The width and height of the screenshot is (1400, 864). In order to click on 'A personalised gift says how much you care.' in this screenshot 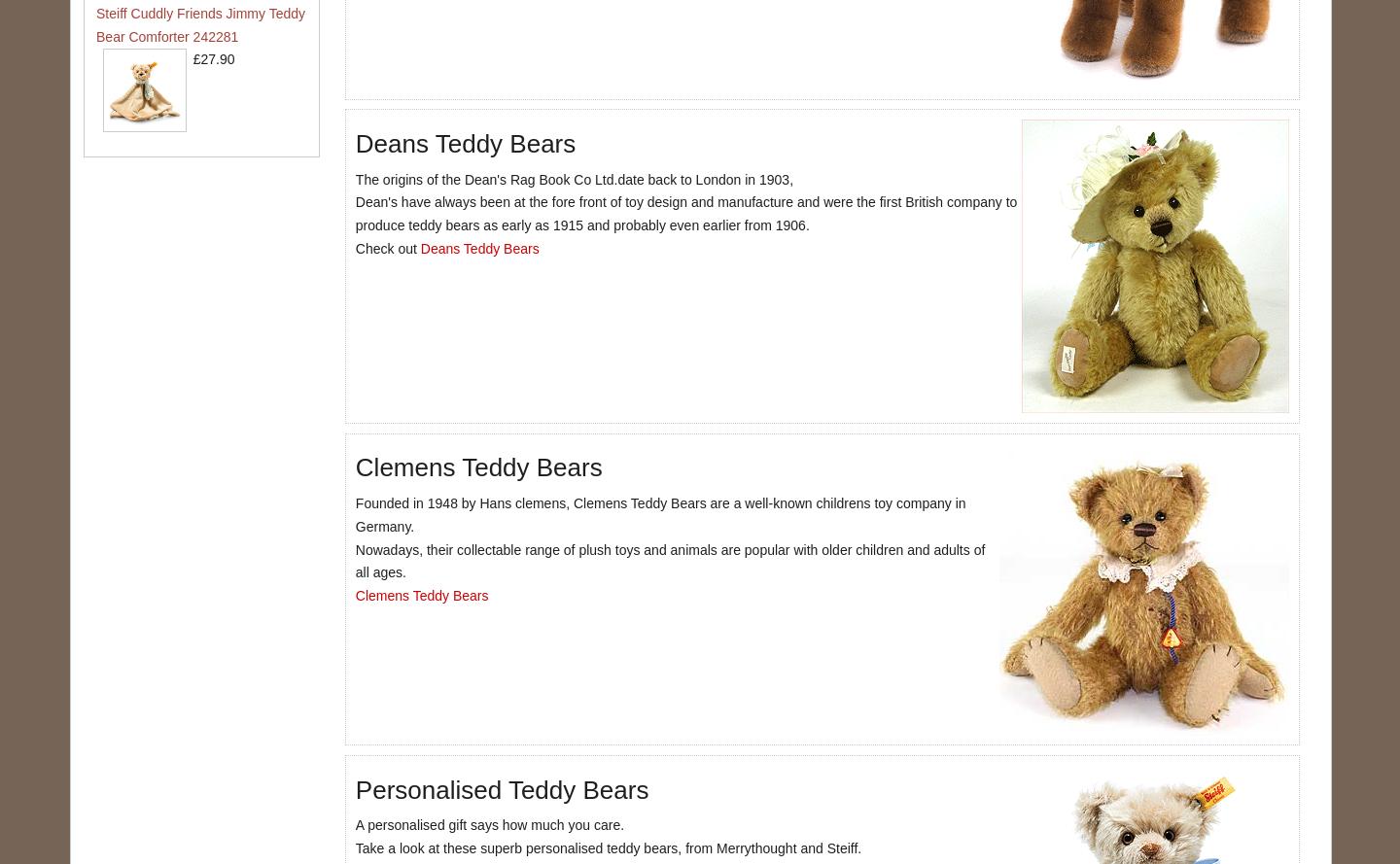, I will do `click(354, 823)`.